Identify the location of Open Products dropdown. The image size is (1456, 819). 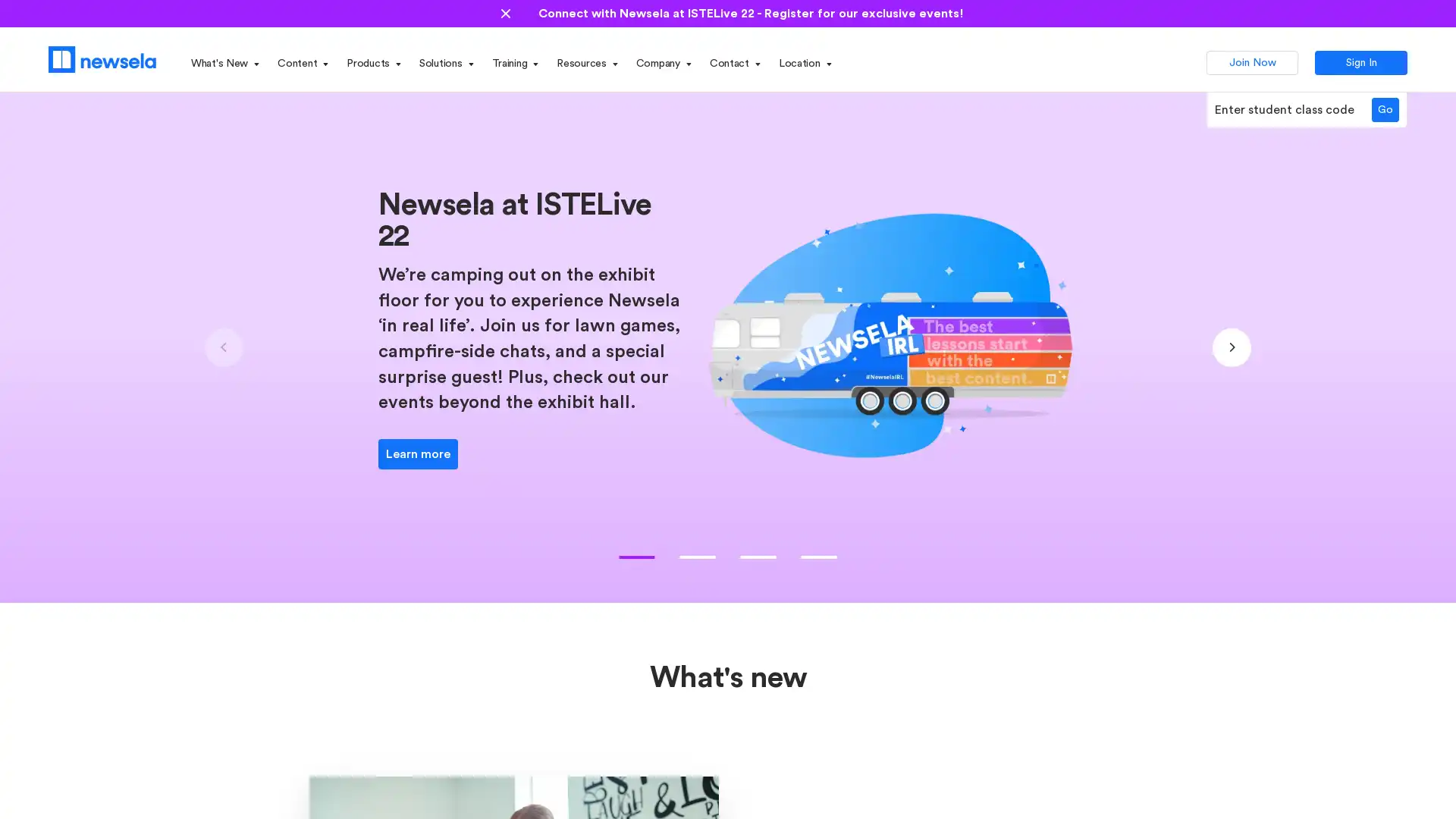
(400, 62).